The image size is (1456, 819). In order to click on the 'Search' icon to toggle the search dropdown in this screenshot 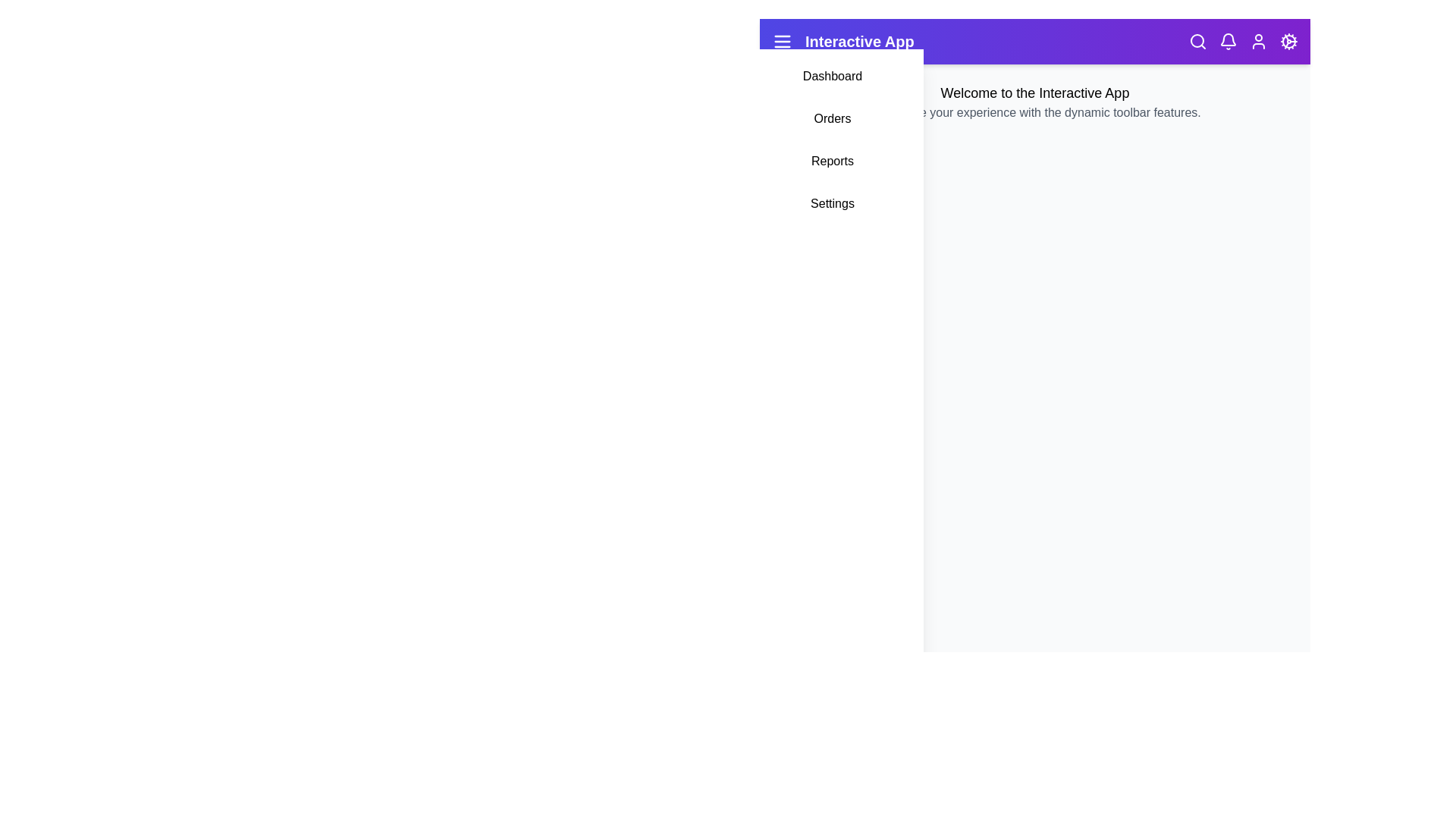, I will do `click(1197, 40)`.